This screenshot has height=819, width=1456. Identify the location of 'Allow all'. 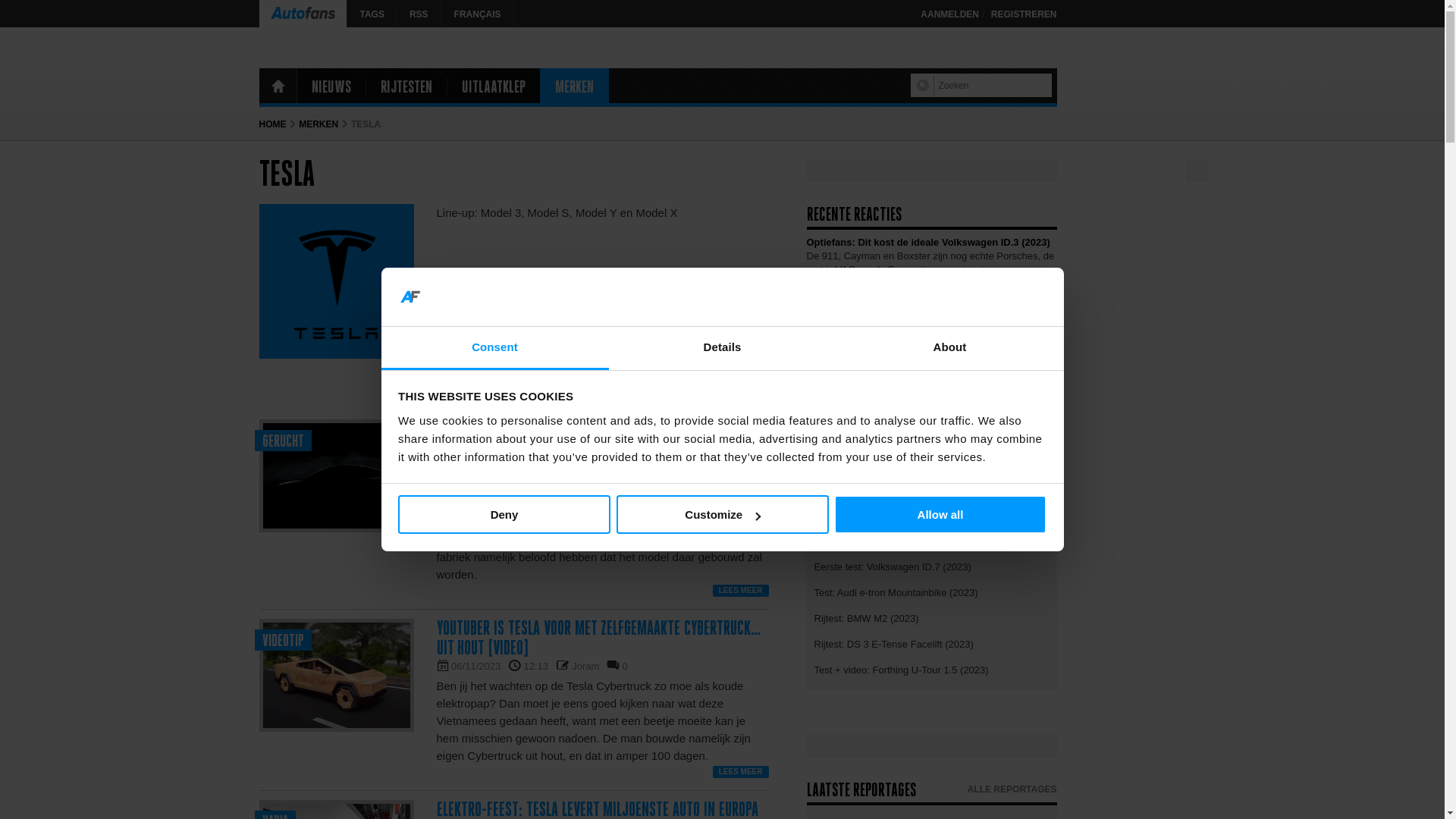
(833, 513).